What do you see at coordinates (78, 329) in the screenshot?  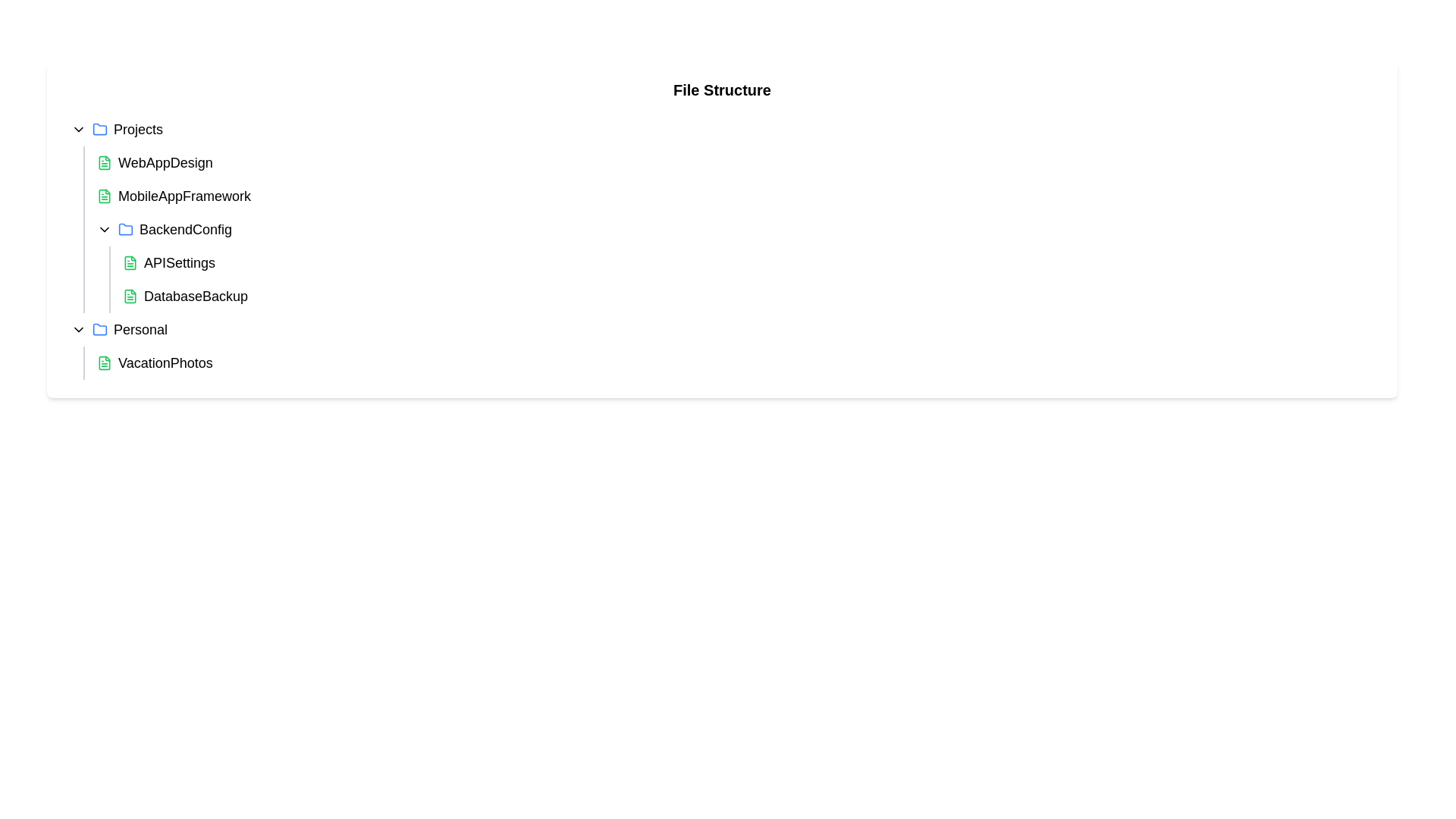 I see `the downward-pointing chevron icon located to the left of the 'Personal' label` at bounding box center [78, 329].